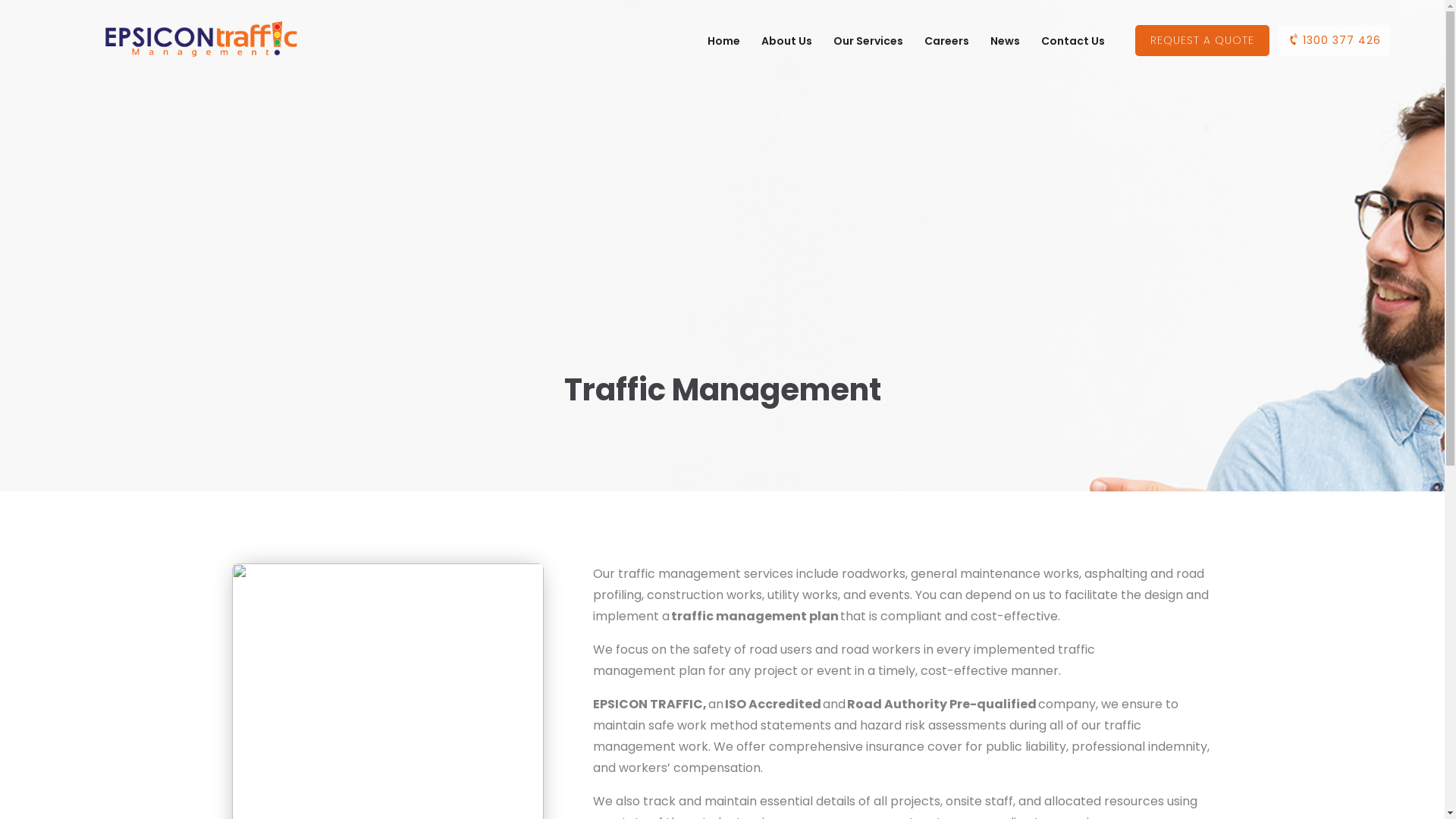 The image size is (1456, 819). I want to click on 'News', so click(984, 40).